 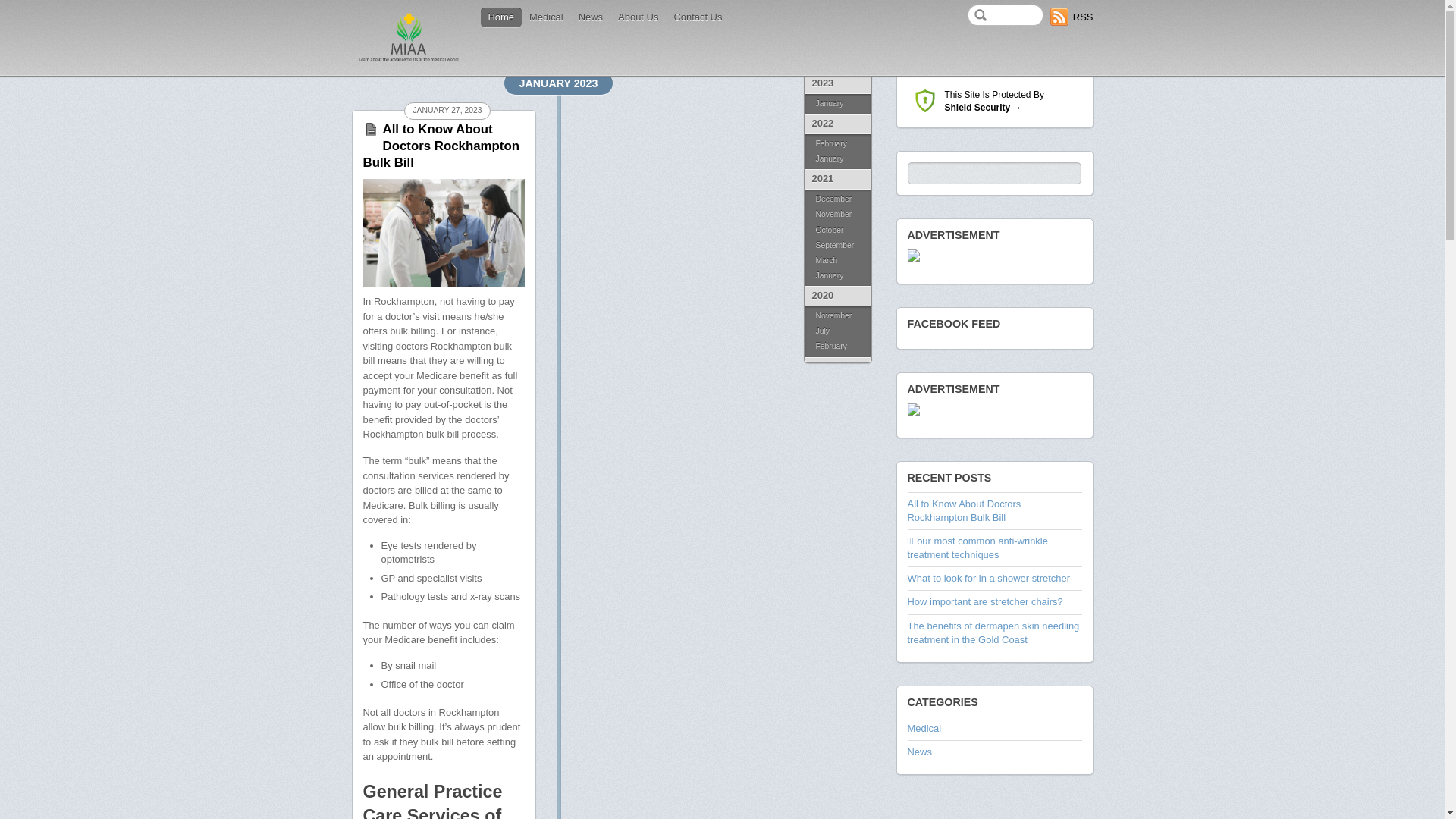 I want to click on 'RSS', so click(x=1071, y=17).